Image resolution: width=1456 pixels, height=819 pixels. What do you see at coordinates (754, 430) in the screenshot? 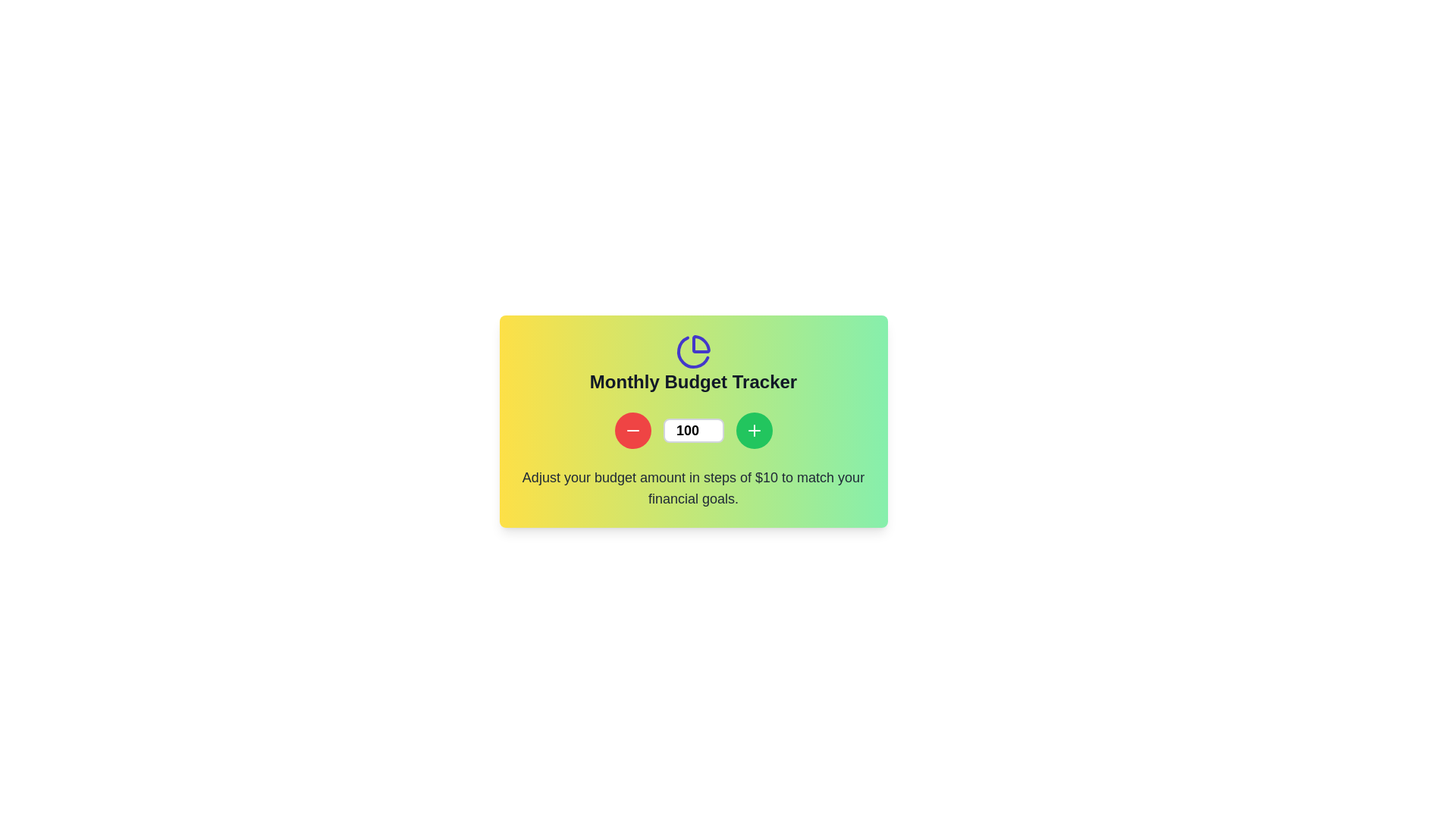
I see `the green circular button with a white '+' icon to trigger its hover style` at bounding box center [754, 430].